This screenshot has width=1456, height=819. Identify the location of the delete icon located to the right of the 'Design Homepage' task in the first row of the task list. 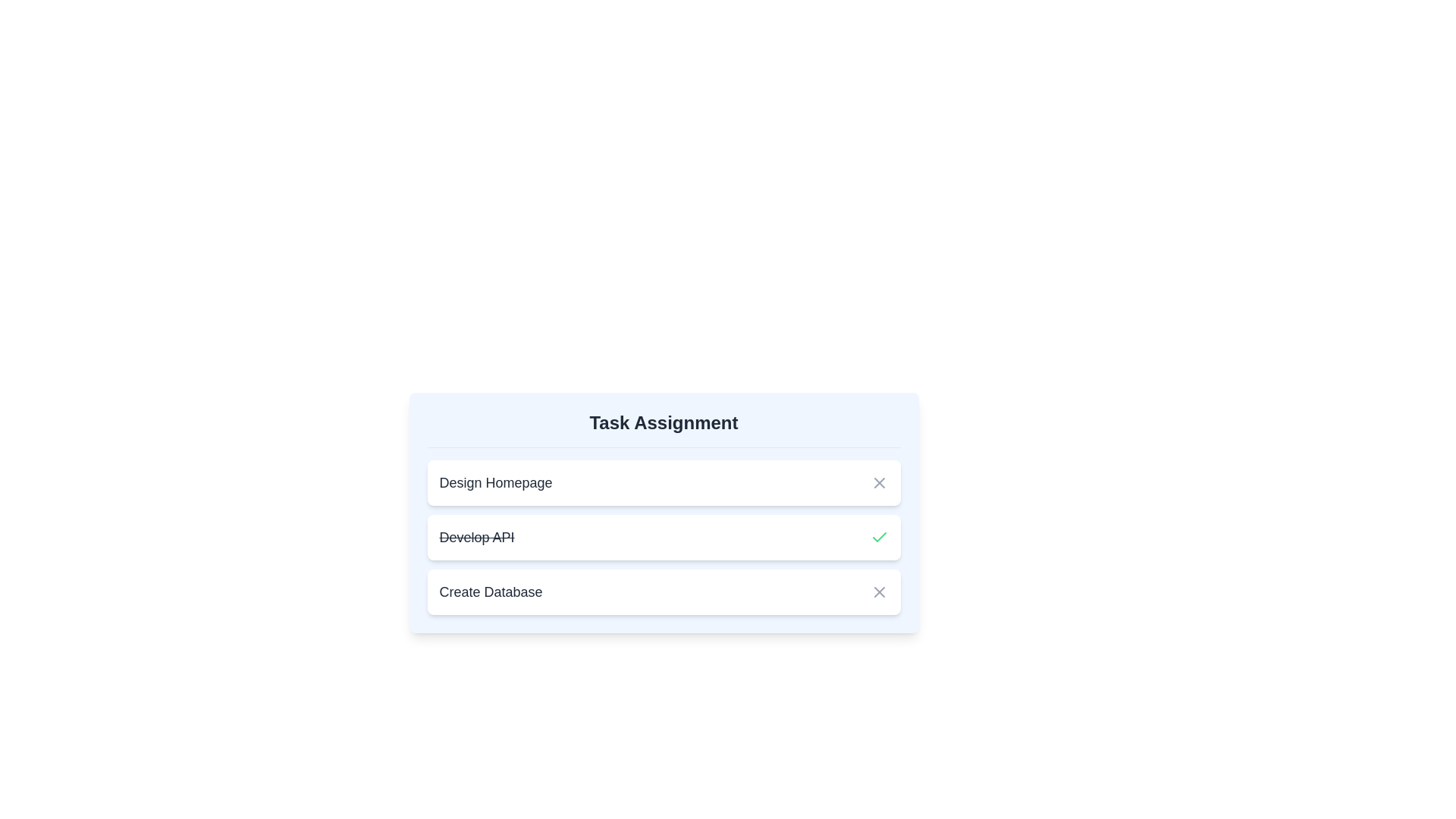
(879, 482).